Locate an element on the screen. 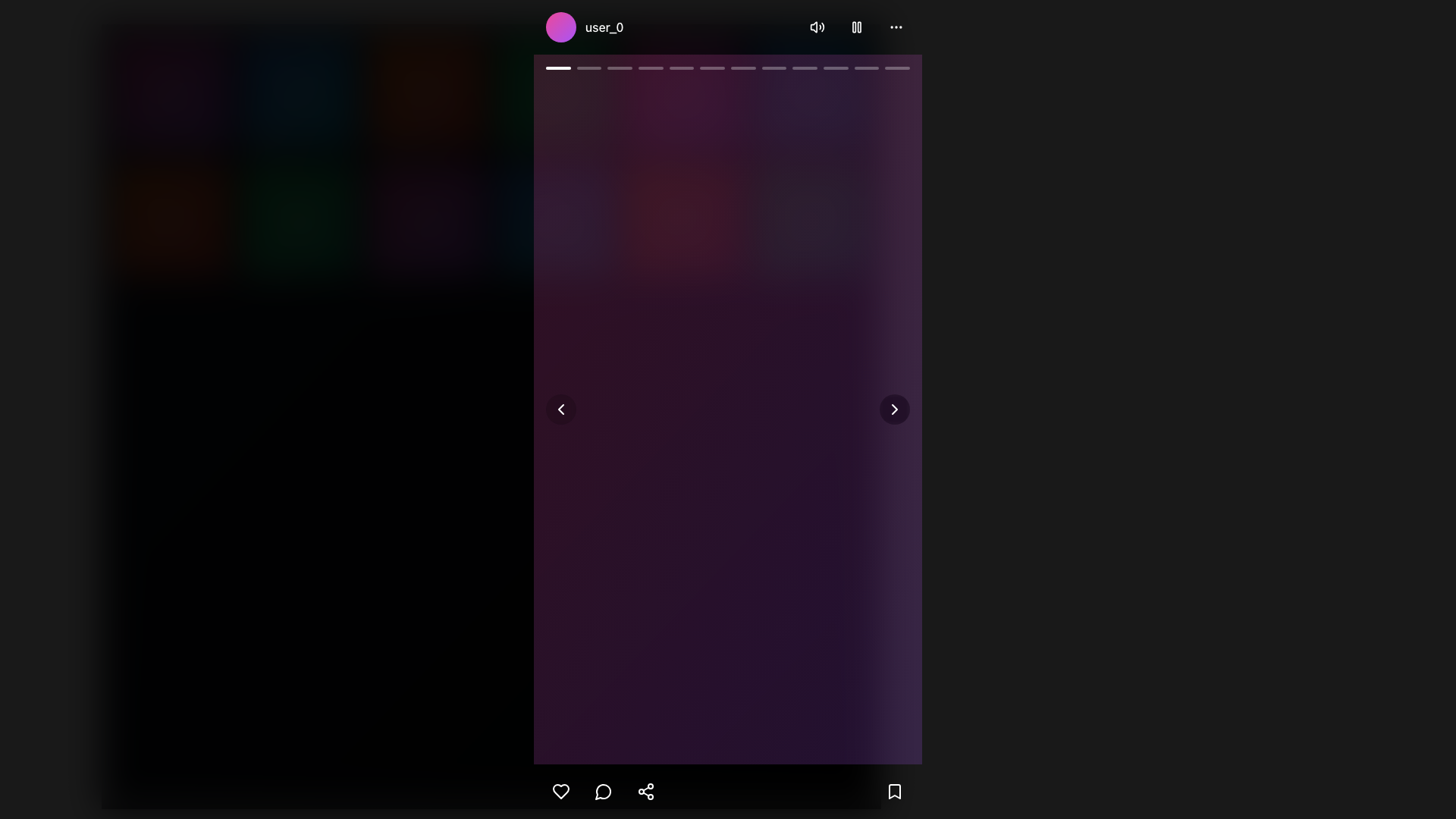 This screenshot has width=1456, height=819. the speaker icon with sound waves in the top-right area of the interface is located at coordinates (817, 27).